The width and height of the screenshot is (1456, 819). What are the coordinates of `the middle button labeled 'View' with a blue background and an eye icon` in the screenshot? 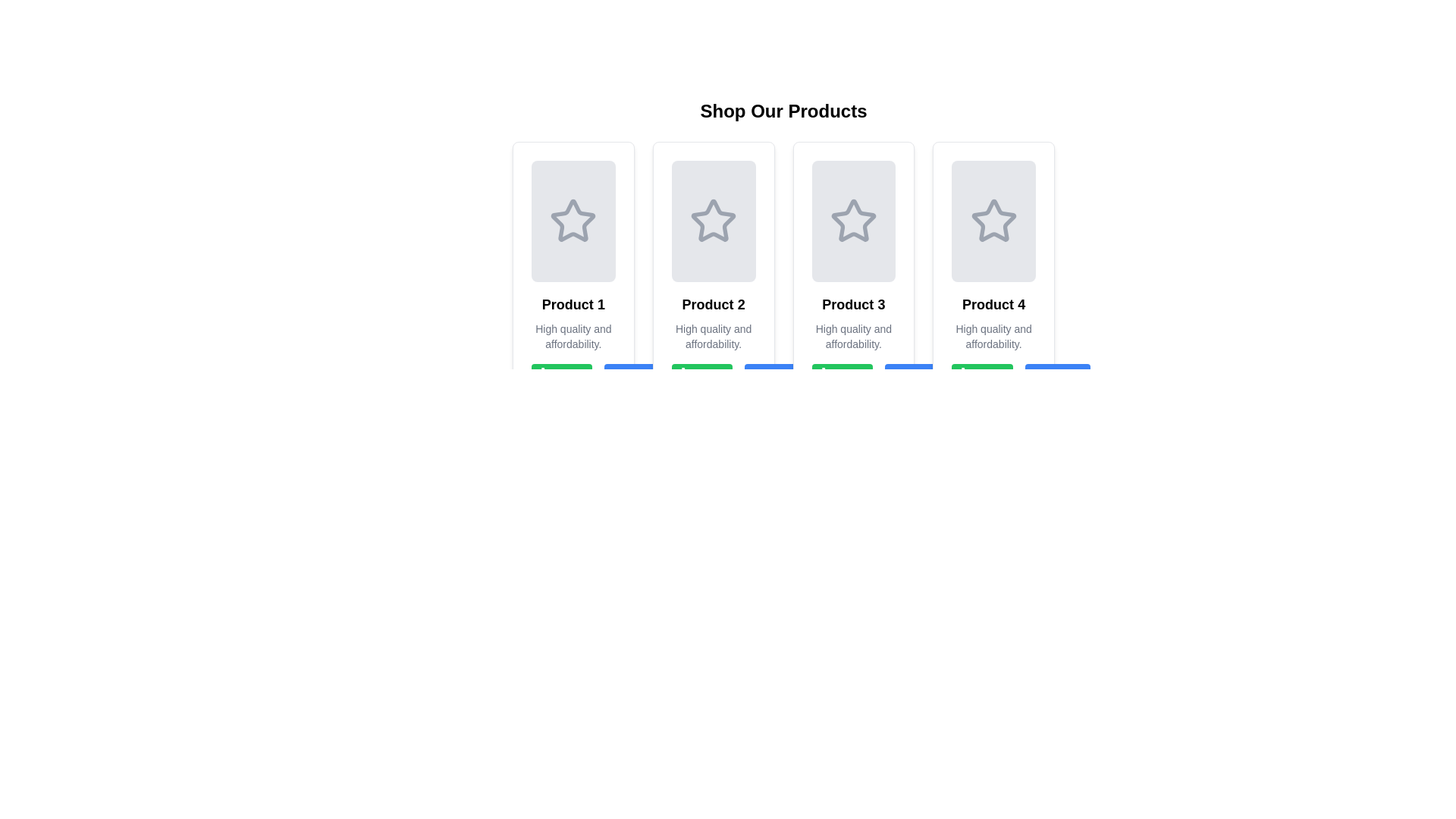 It's located at (637, 375).